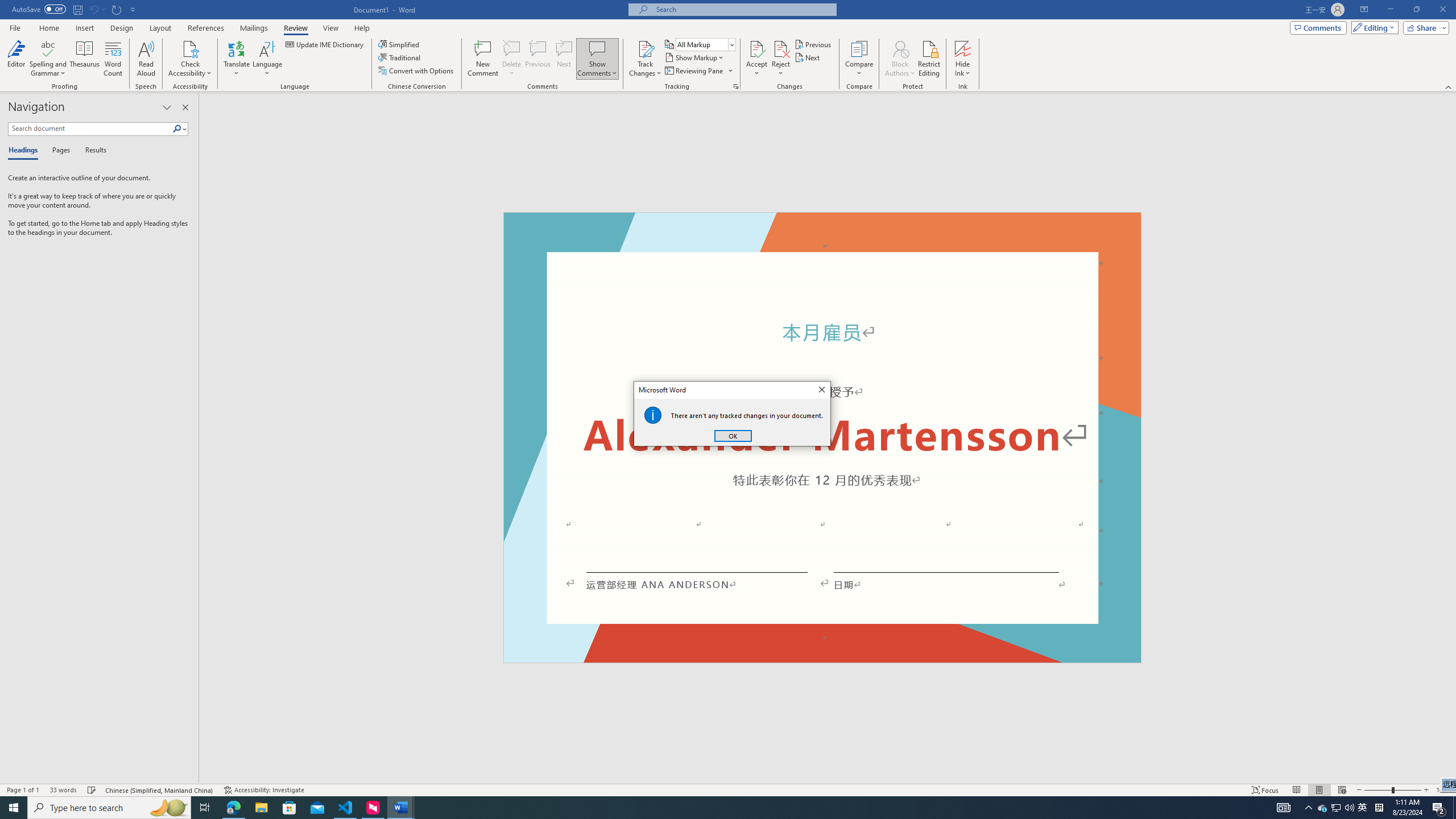 This screenshot has height=819, width=1456. What do you see at coordinates (91, 150) in the screenshot?
I see `'Results'` at bounding box center [91, 150].